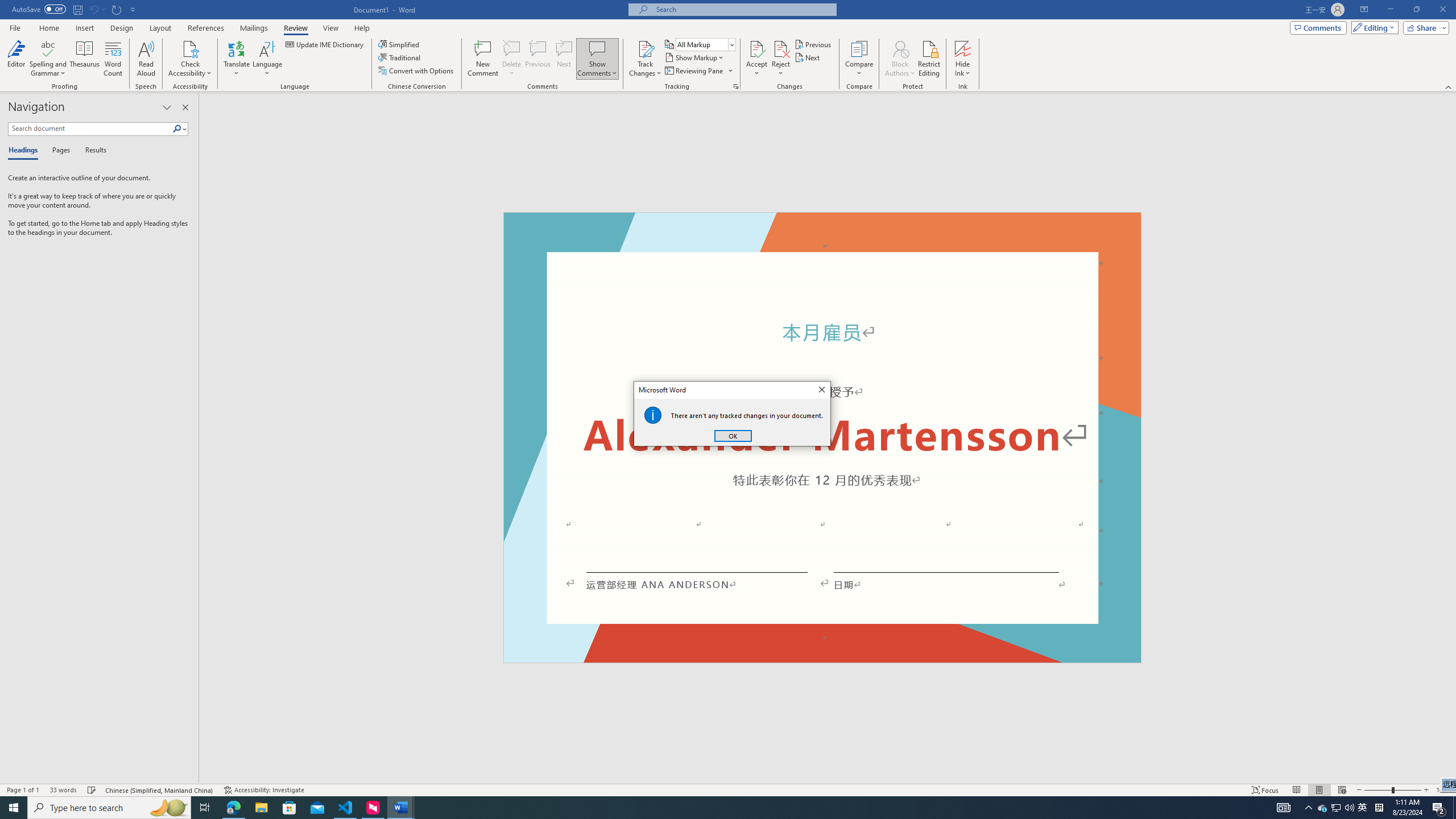 This screenshot has height=819, width=1456. What do you see at coordinates (91, 150) in the screenshot?
I see `'Results'` at bounding box center [91, 150].